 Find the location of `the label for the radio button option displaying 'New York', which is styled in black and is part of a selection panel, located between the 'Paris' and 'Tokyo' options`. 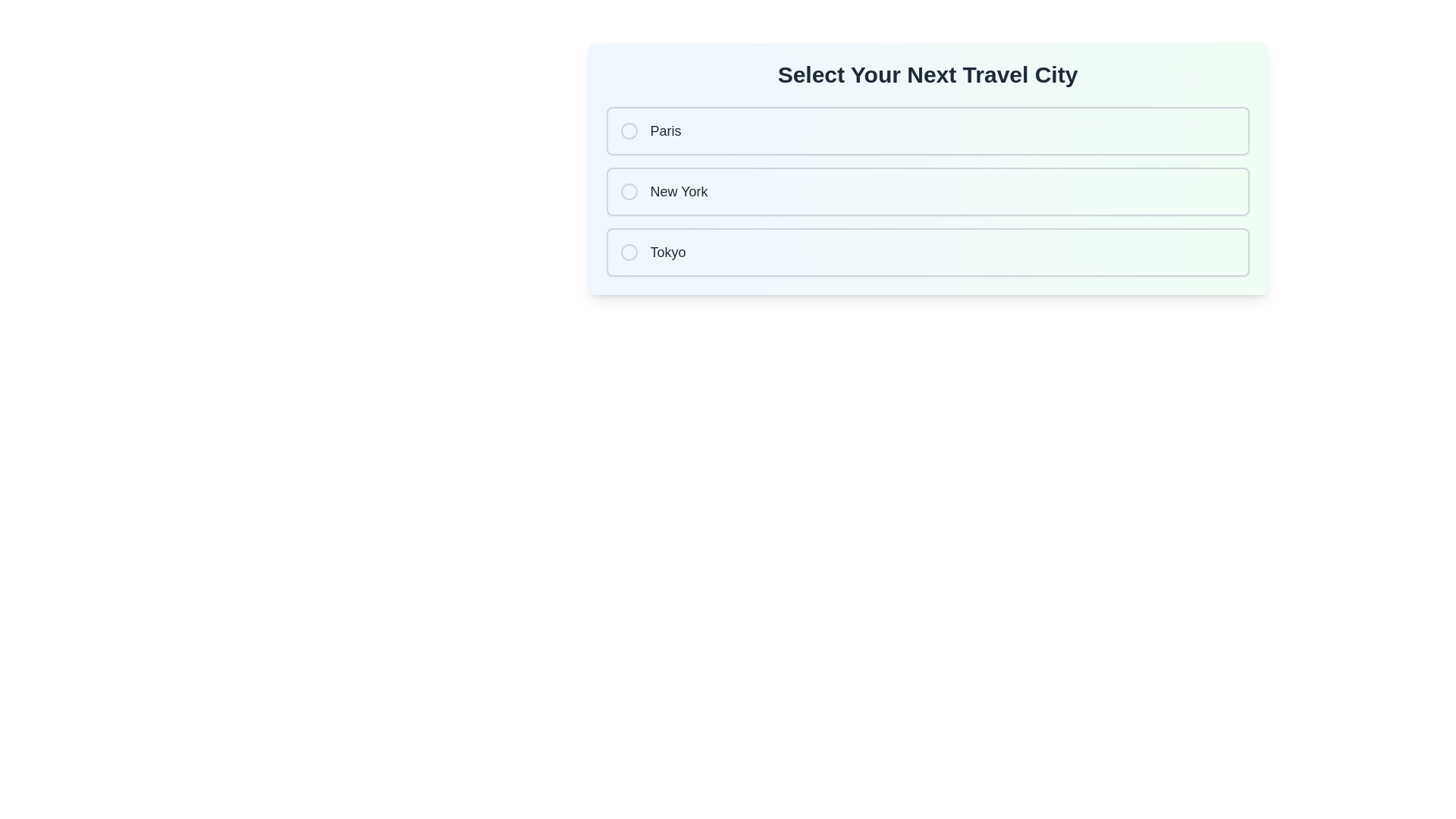

the label for the radio button option displaying 'New York', which is styled in black and is part of a selection panel, located between the 'Paris' and 'Tokyo' options is located at coordinates (678, 191).